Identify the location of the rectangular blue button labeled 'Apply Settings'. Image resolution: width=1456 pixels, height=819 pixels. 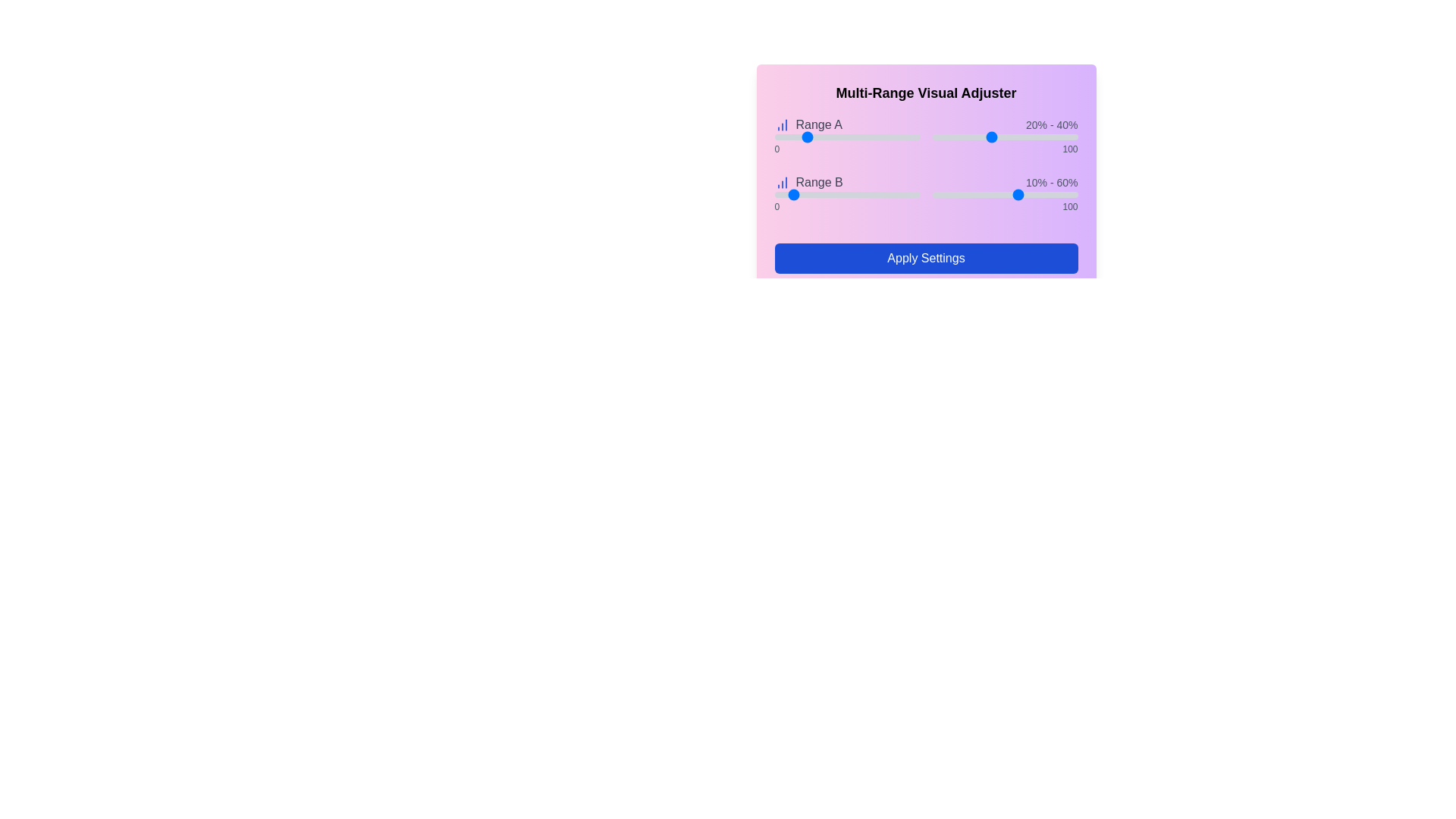
(925, 257).